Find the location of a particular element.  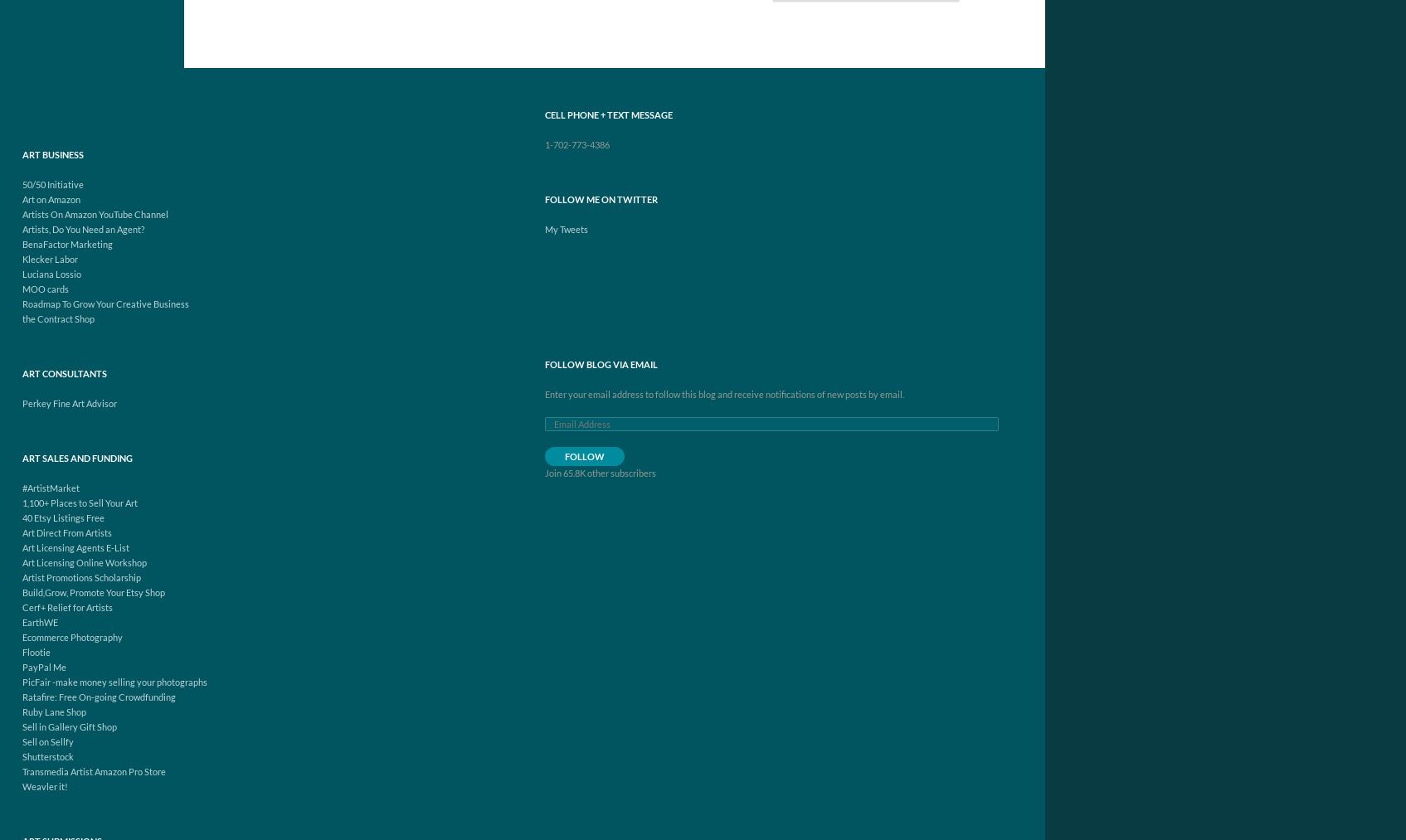

'the Contract Shop' is located at coordinates (57, 318).